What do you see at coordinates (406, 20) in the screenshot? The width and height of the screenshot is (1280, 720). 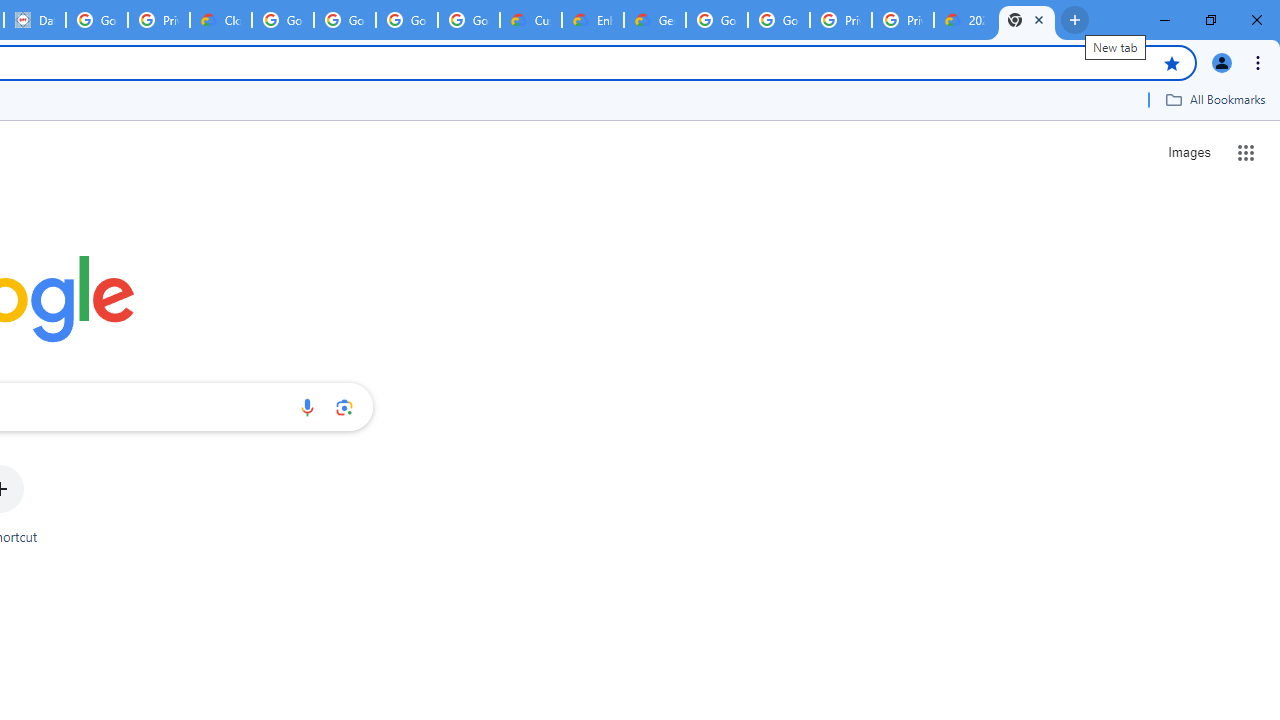 I see `'Google Workspace - Specific Terms'` at bounding box center [406, 20].